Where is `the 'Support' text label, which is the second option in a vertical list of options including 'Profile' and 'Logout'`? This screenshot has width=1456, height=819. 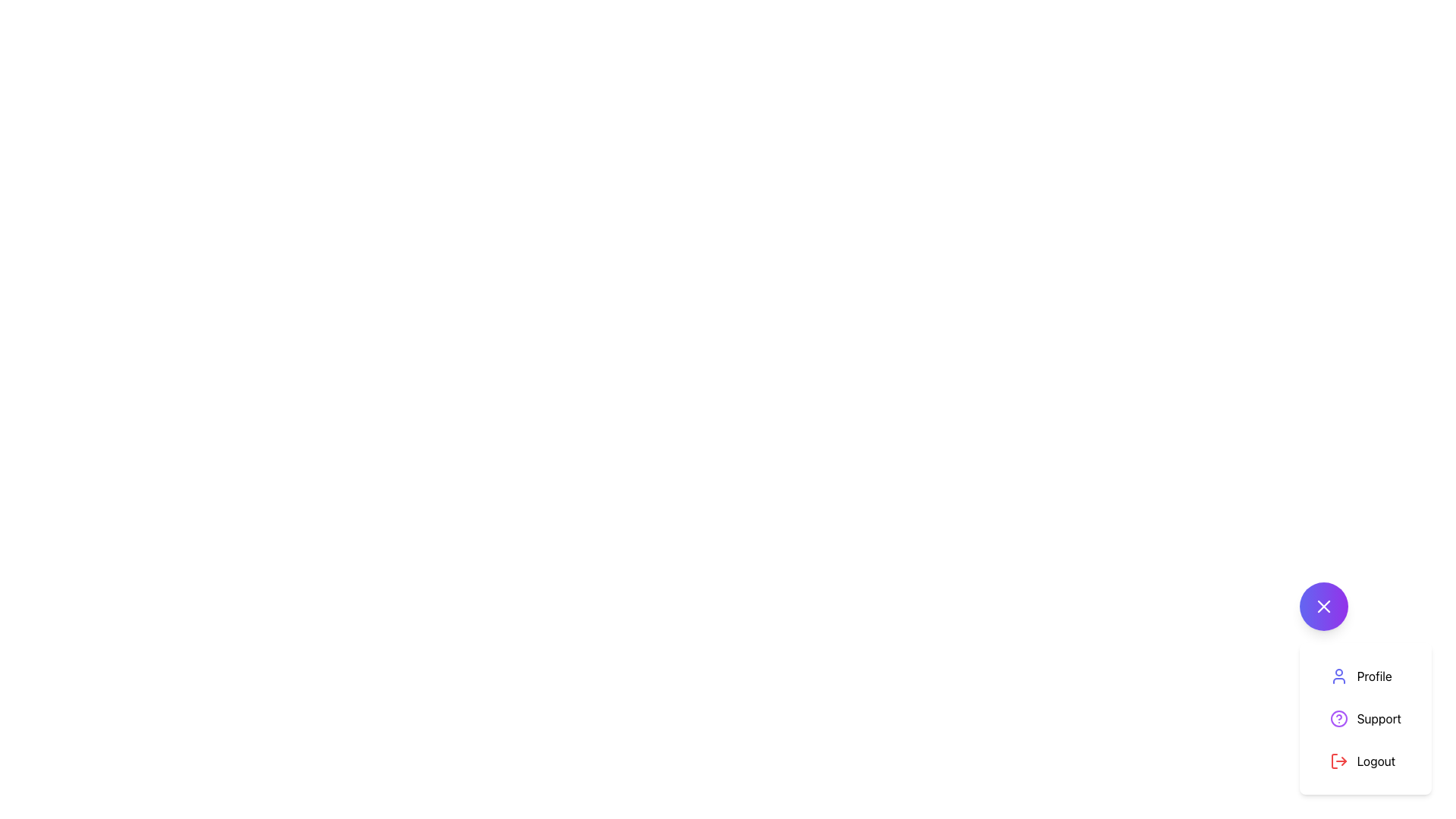 the 'Support' text label, which is the second option in a vertical list of options including 'Profile' and 'Logout' is located at coordinates (1379, 718).